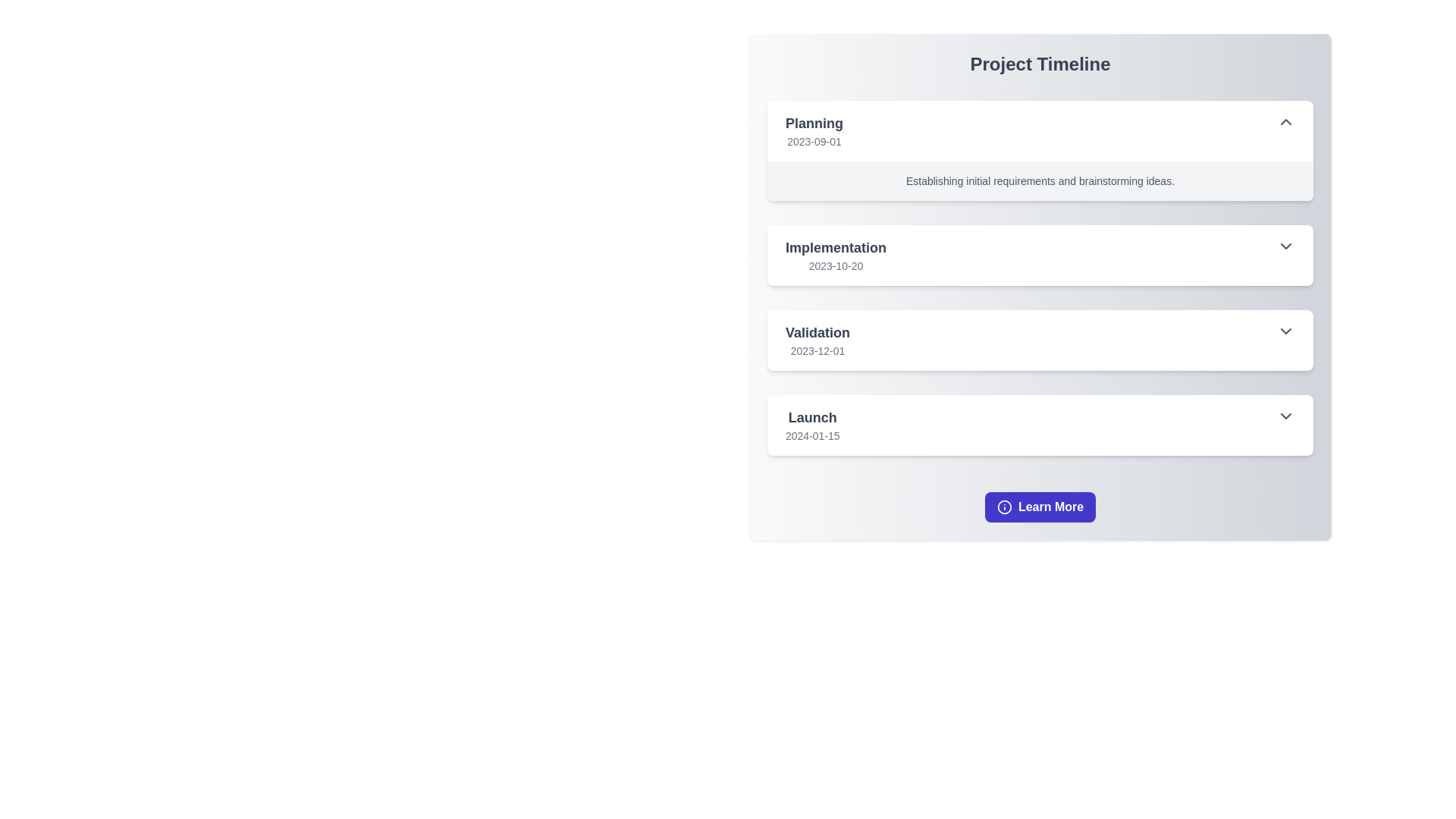 The height and width of the screenshot is (819, 1456). What do you see at coordinates (1040, 278) in the screenshot?
I see `the down arrow on the 'Implementation' collapsible card in the 'Project Timeline' section` at bounding box center [1040, 278].